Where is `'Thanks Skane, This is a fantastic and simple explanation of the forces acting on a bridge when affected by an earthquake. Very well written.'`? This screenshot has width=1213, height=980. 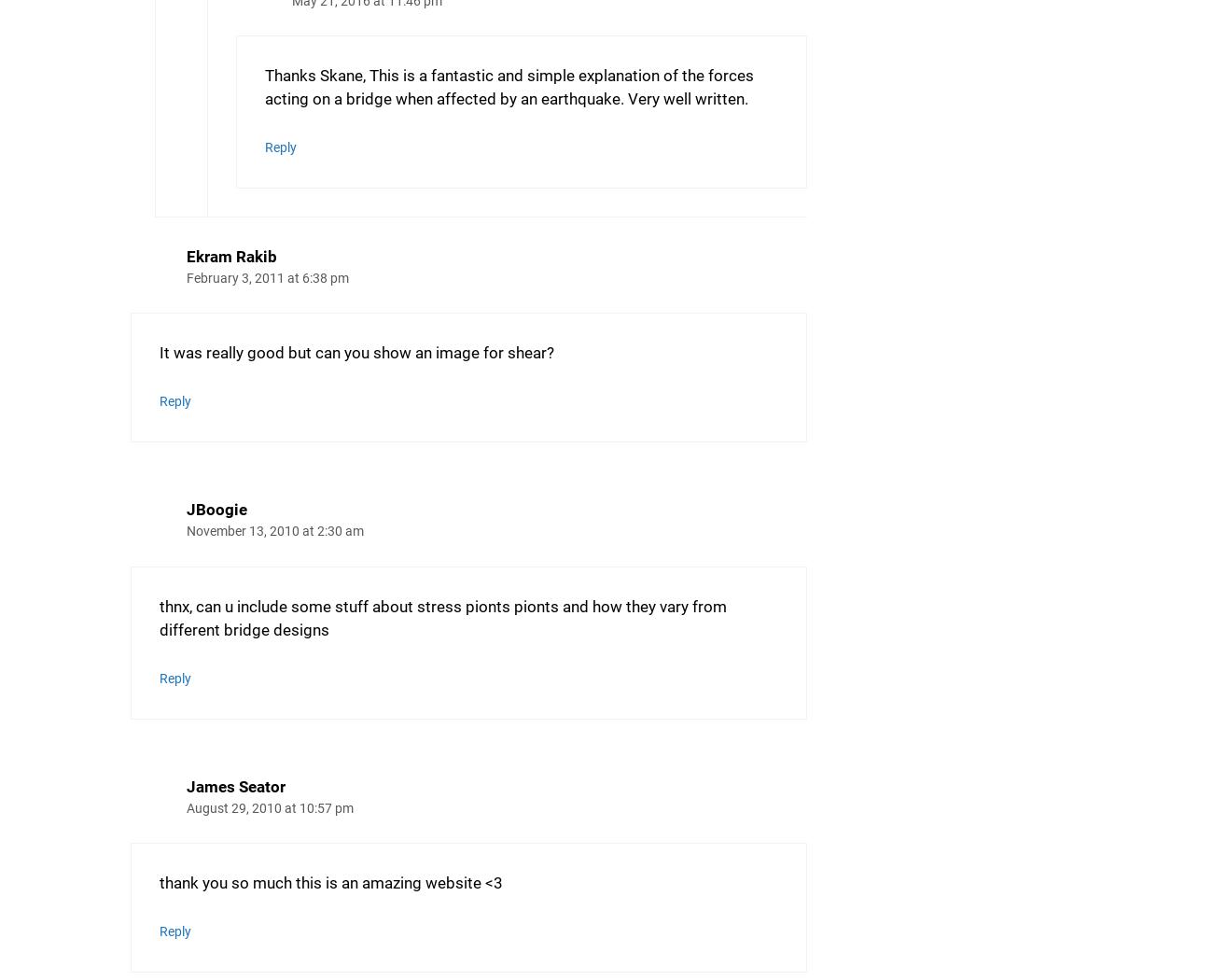
'Thanks Skane, This is a fantastic and simple explanation of the forces acting on a bridge when affected by an earthquake. Very well written.' is located at coordinates (509, 87).